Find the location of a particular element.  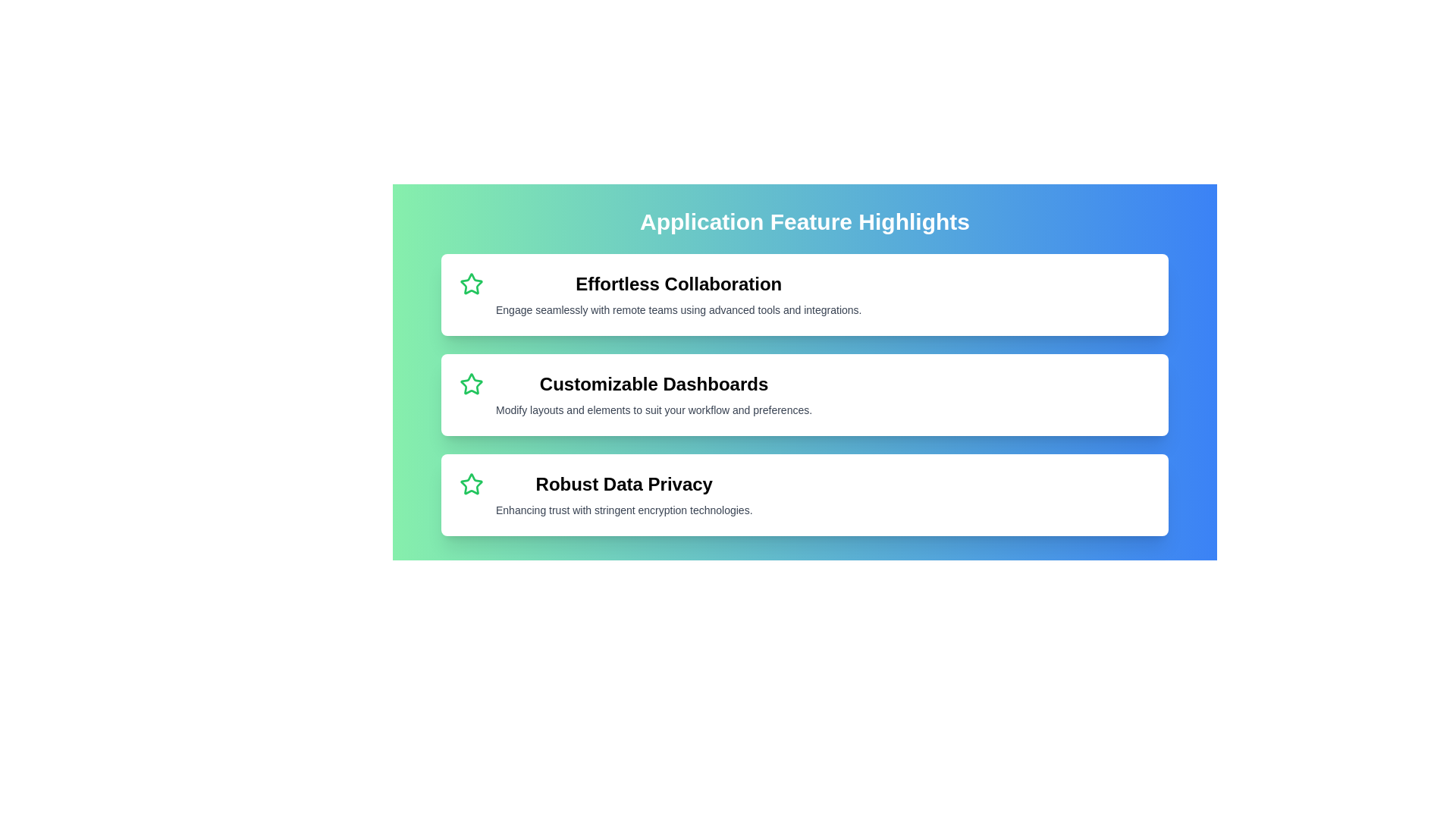

the Informational Card highlighting 'Robust Data Privacy' is located at coordinates (804, 494).